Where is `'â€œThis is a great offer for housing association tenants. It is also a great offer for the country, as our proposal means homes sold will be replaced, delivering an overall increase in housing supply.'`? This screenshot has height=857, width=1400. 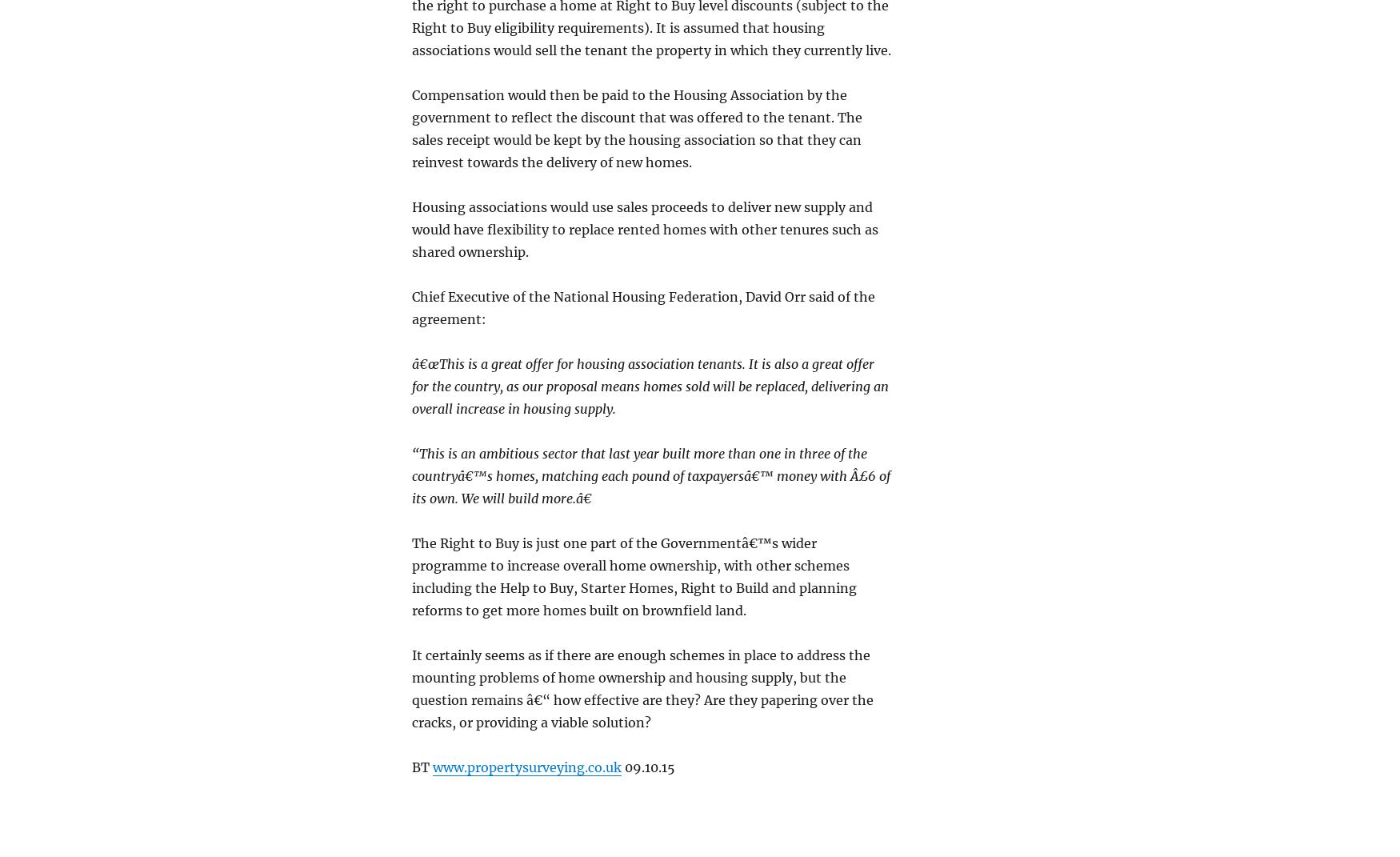
'â€œThis is a great offer for housing association tenants. It is also a great offer for the country, as our proposal means homes sold will be replaced, delivering an overall increase in housing supply.' is located at coordinates (650, 384).